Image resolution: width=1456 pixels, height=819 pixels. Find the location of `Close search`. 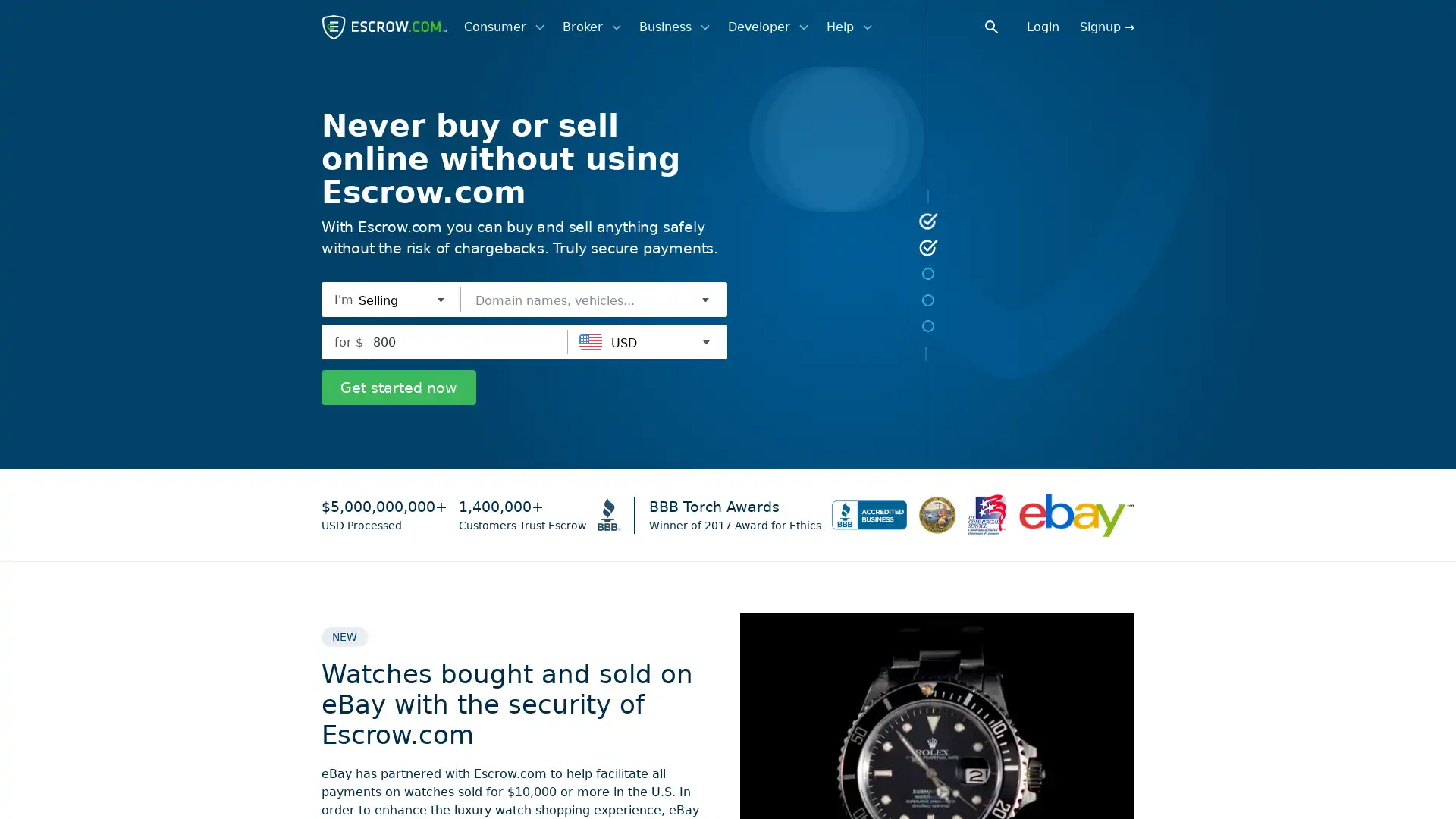

Close search is located at coordinates (1000, 26).